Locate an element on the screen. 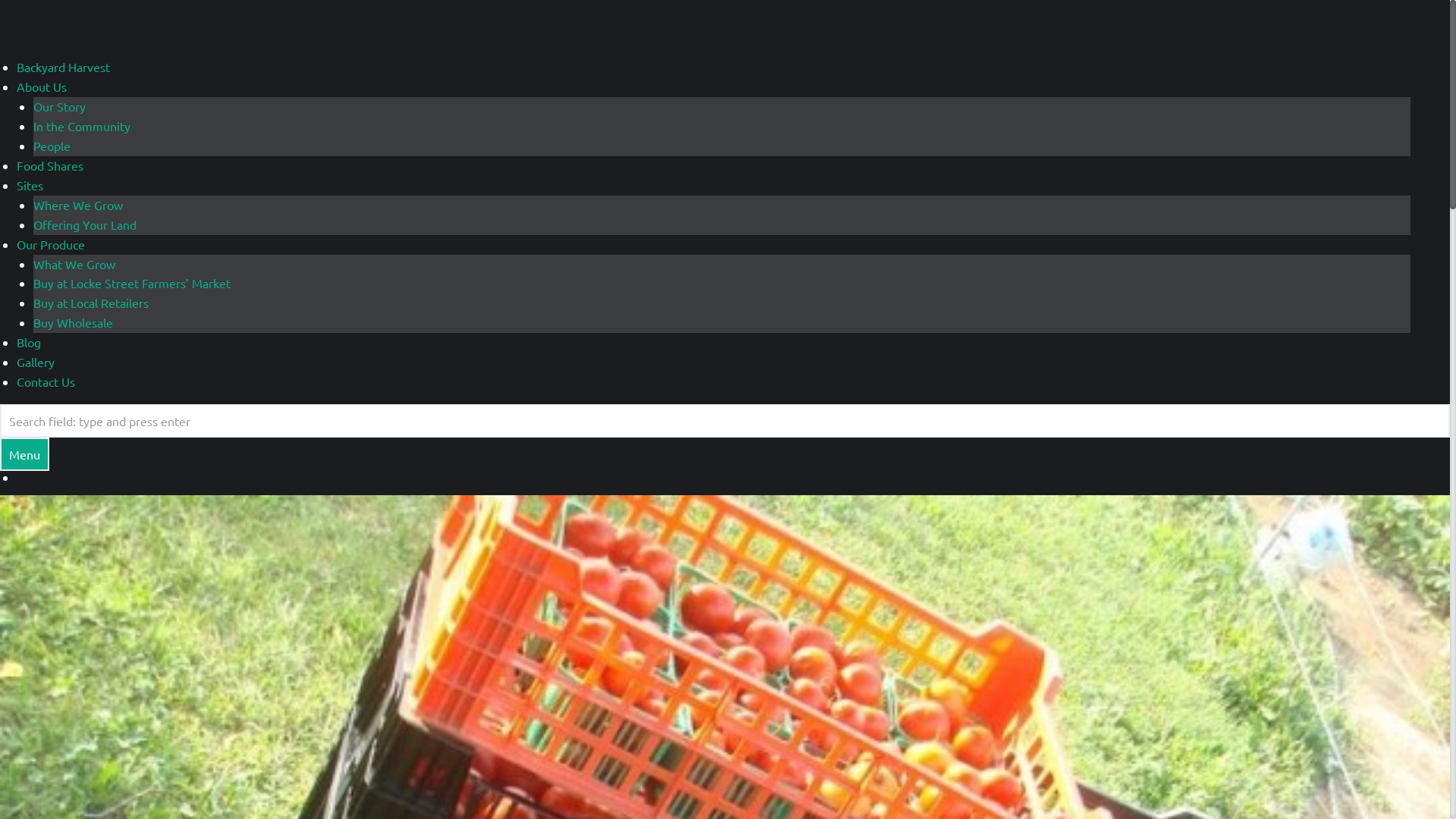 The width and height of the screenshot is (1456, 819). 'Gallery' is located at coordinates (36, 362).